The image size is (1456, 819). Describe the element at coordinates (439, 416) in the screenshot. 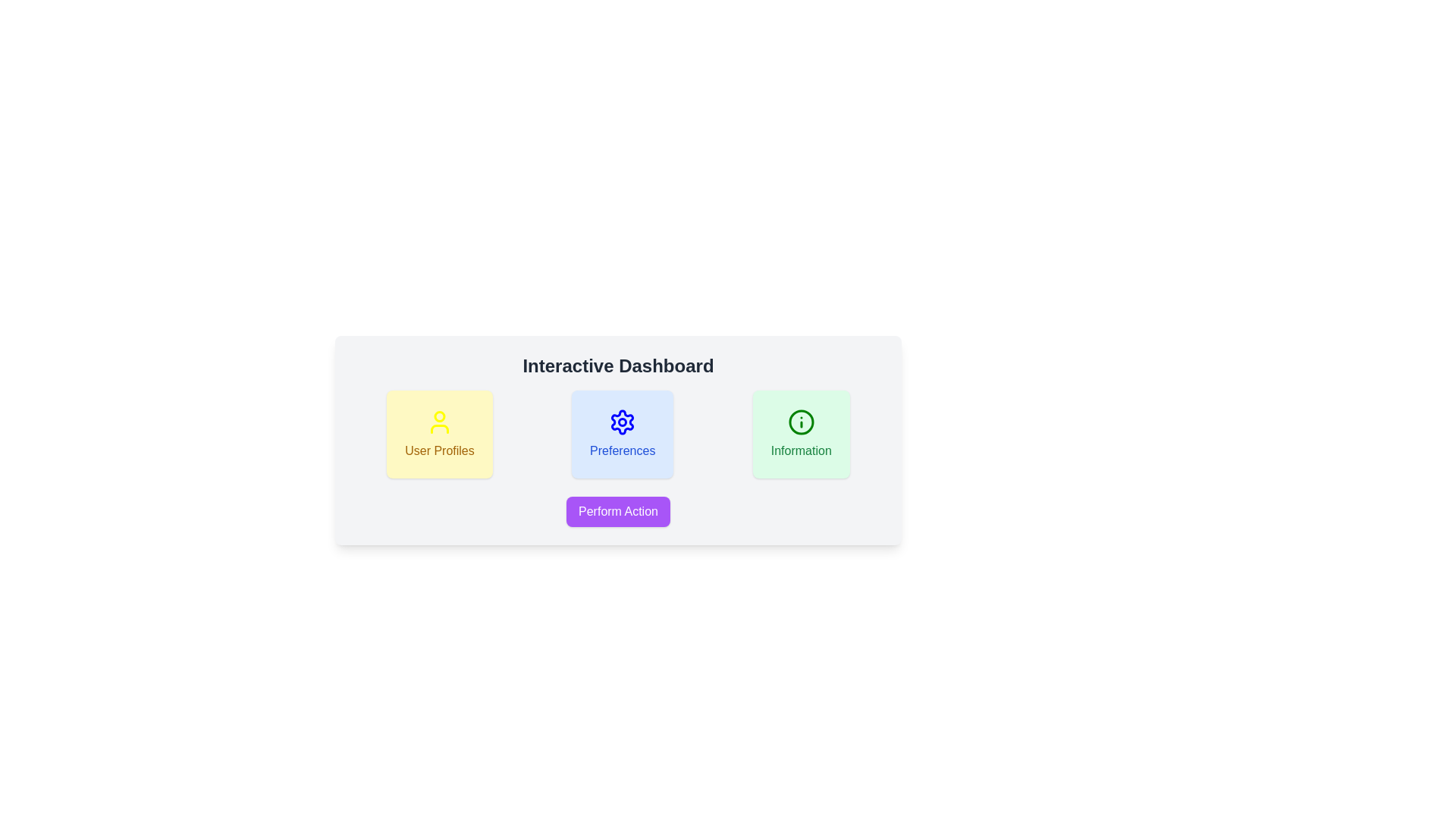

I see `the graphical circle element representing the user profile icon located in the first tile on the dashboard` at that location.